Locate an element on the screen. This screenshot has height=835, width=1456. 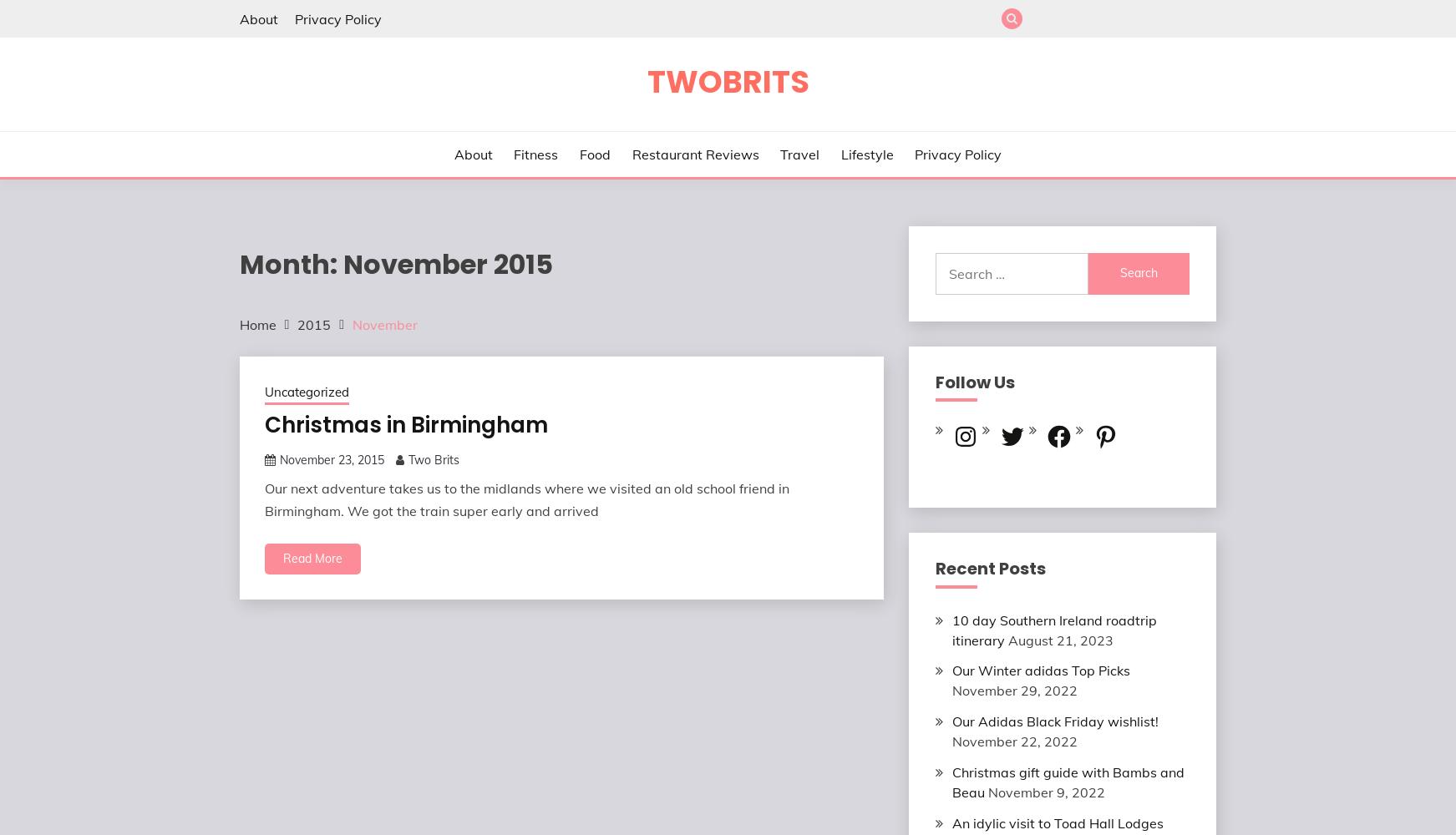
'Our next adventure takes us to the midlands where we visited an old school friend in Birmingham. We got the train super early and arrived' is located at coordinates (525, 498).